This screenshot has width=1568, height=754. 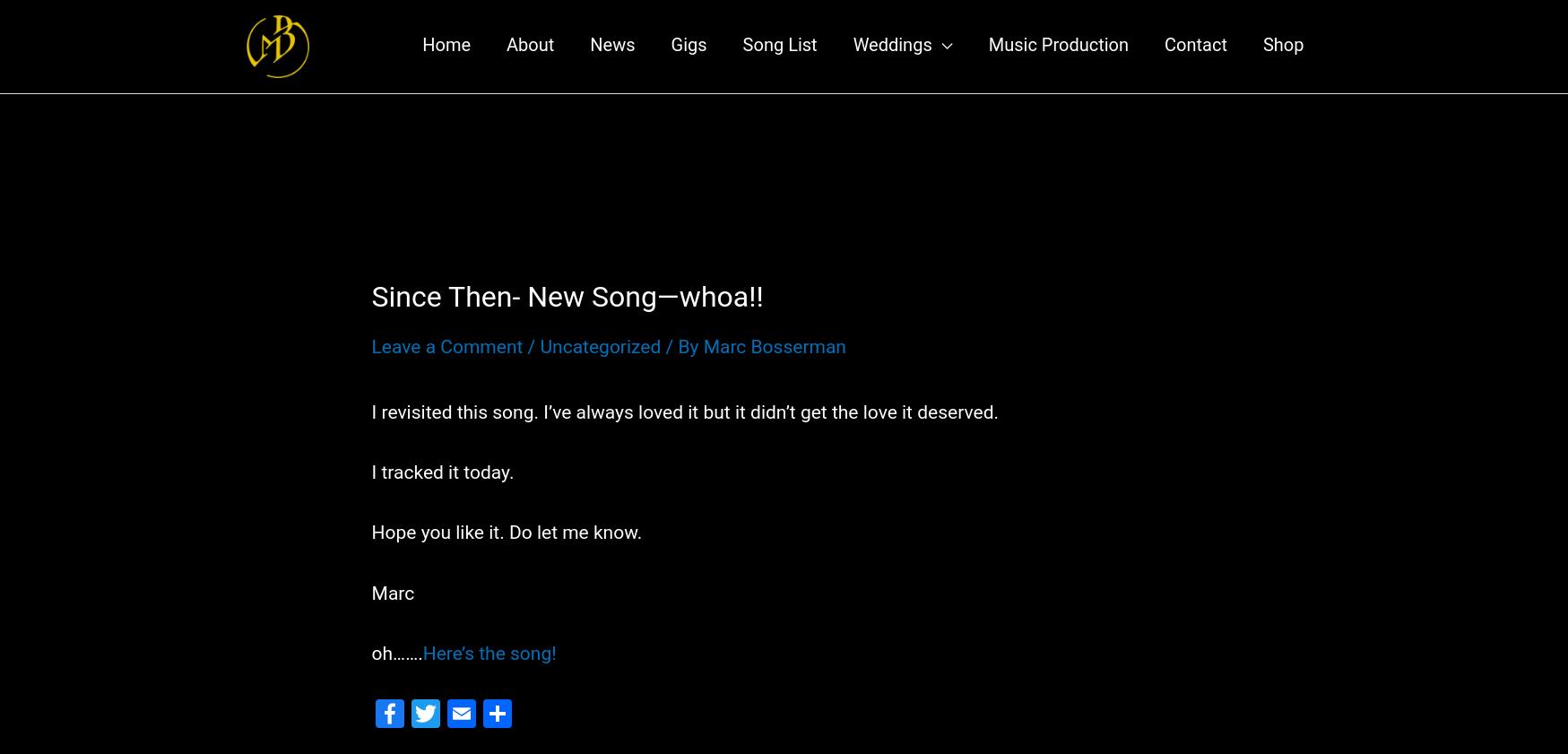 What do you see at coordinates (488, 670) in the screenshot?
I see `'Here’s the song!'` at bounding box center [488, 670].